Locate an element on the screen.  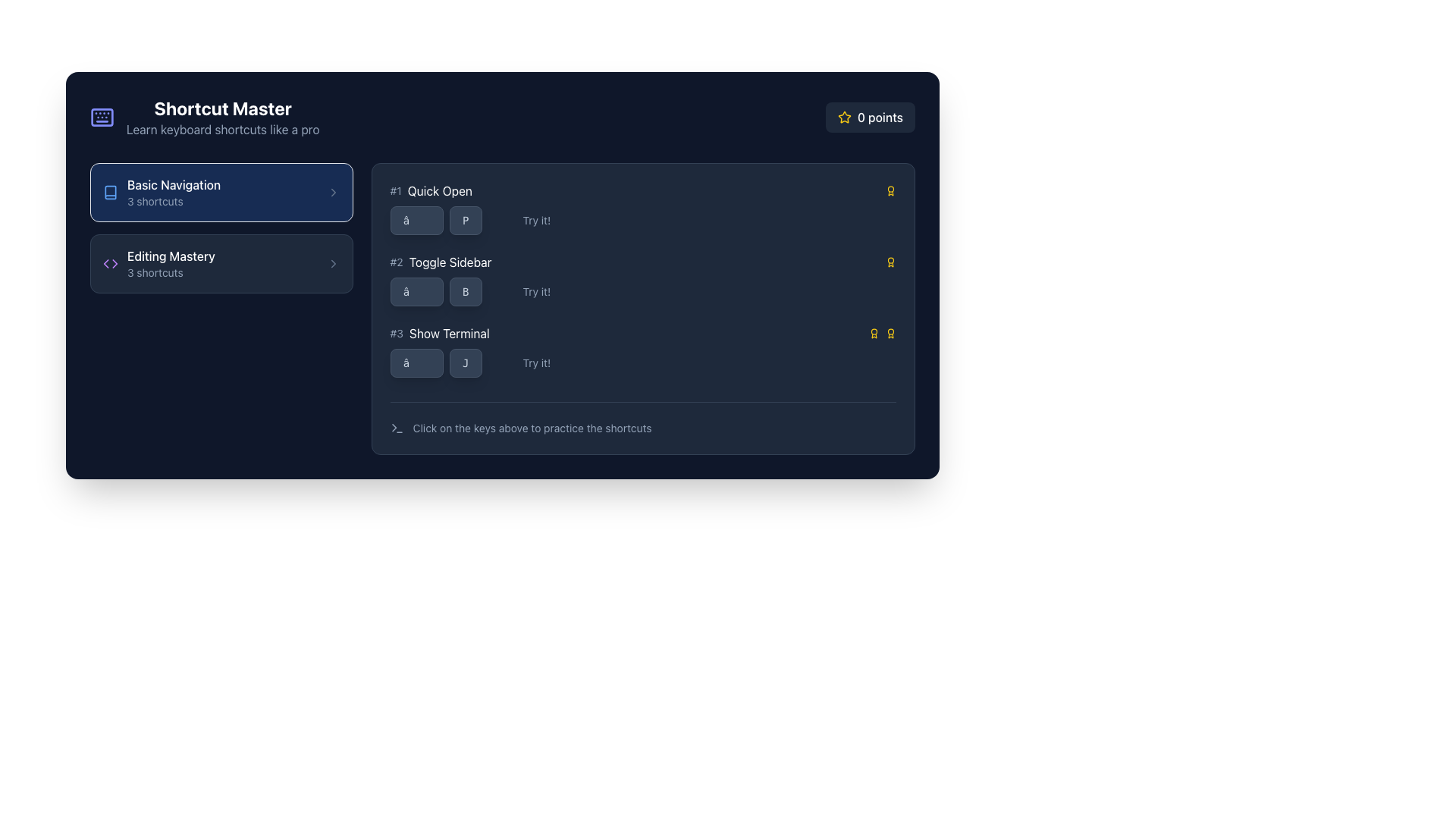
the static informational text that indicates the number of shortcuts available in the 'Basic Navigation' category, positioned below the 'Basic Navigation' text and aligned in the left column under the 'Shortcut Master' header is located at coordinates (174, 201).